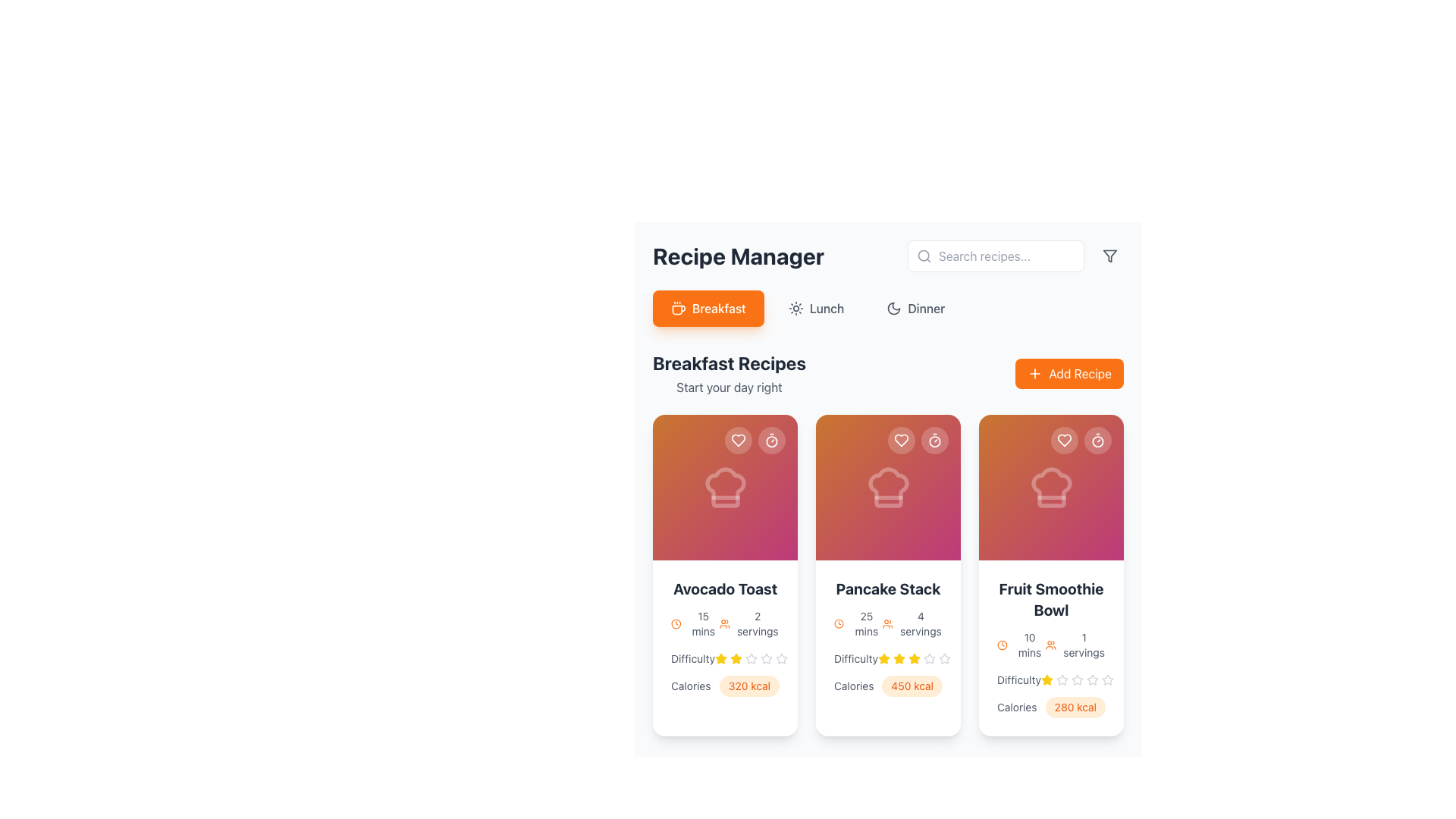  I want to click on the Text and Icon Pair indicating the number of servings for the associated recipe, located below the header image of the Avocado Toast card in the Breakfast Recipes section, so click(749, 623).